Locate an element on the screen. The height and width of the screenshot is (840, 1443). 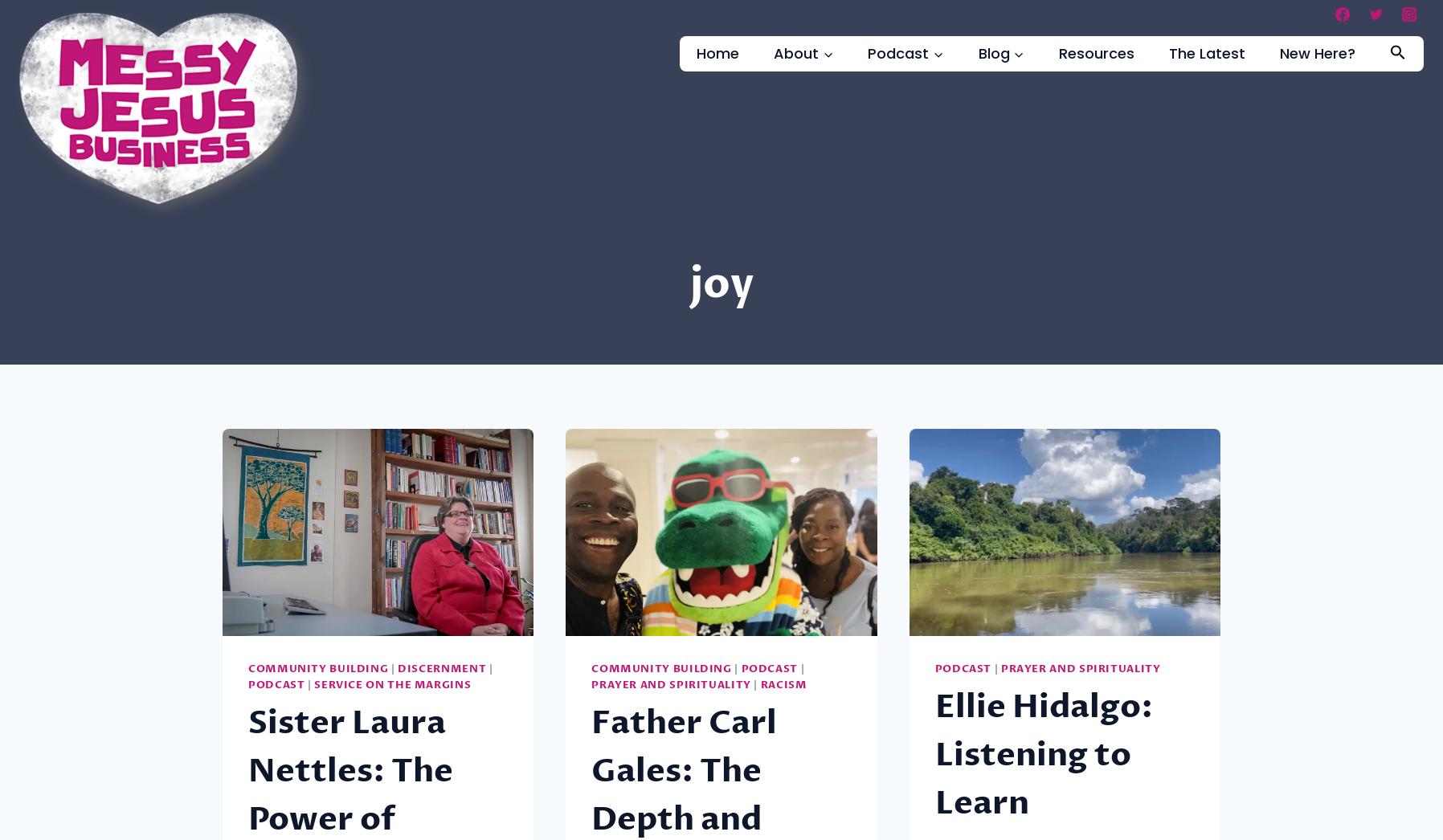
'Blog' is located at coordinates (993, 52).